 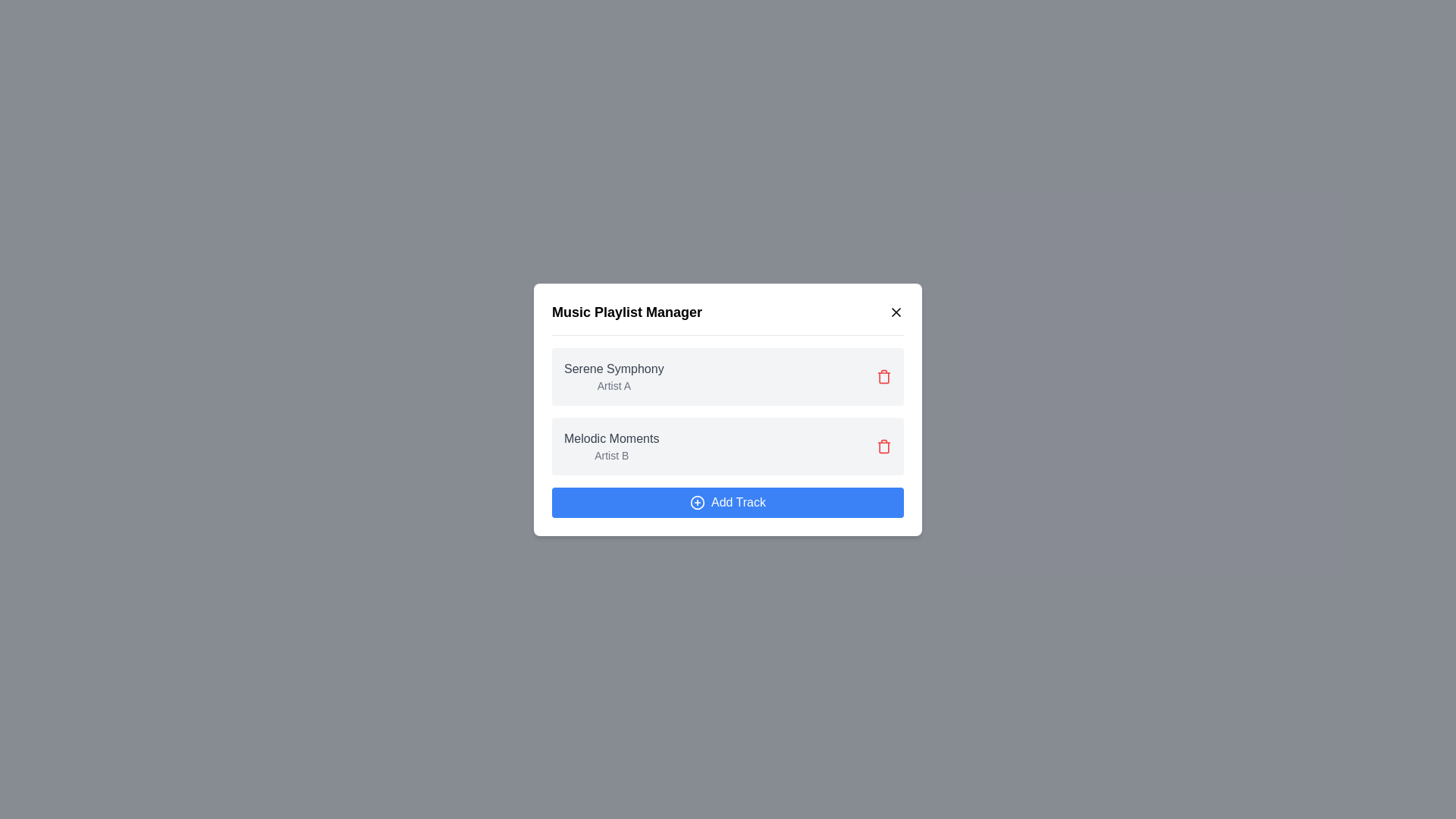 I want to click on the delete action icon button for the 'Melodic Moments' playlist entry to trigger color change for hover feedback, so click(x=884, y=445).